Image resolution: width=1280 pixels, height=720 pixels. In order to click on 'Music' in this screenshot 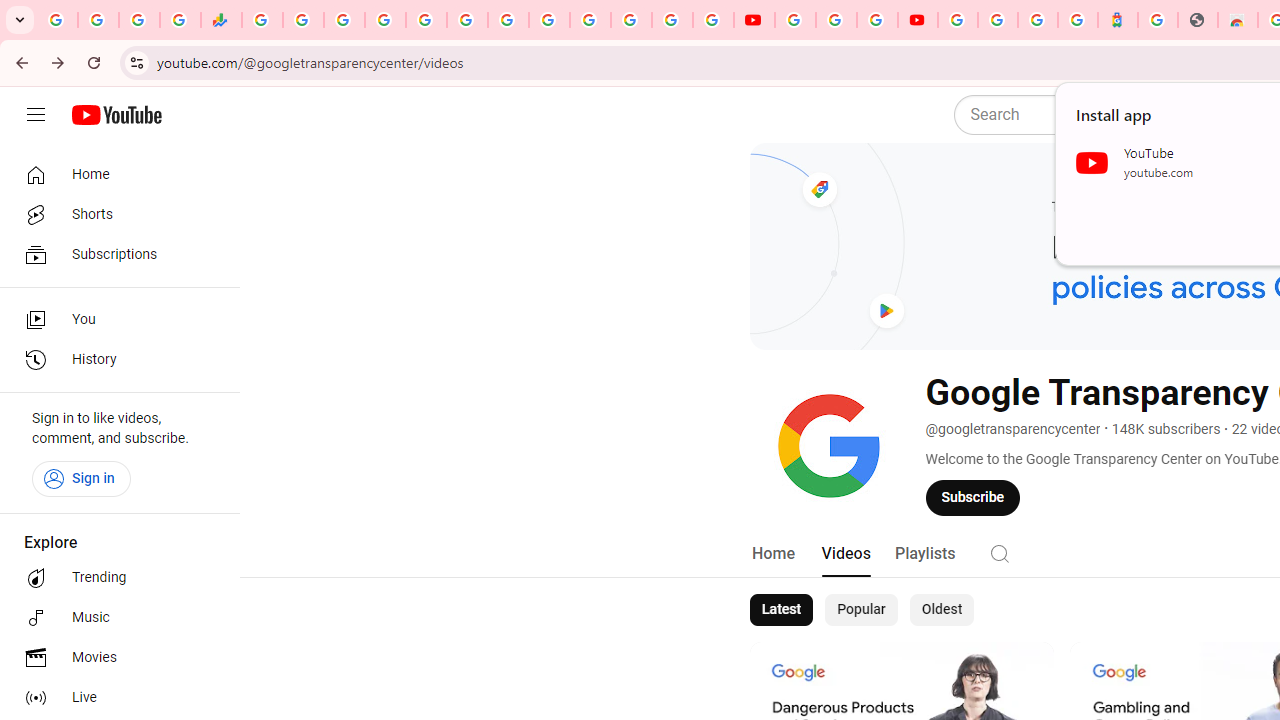, I will do `click(112, 617)`.